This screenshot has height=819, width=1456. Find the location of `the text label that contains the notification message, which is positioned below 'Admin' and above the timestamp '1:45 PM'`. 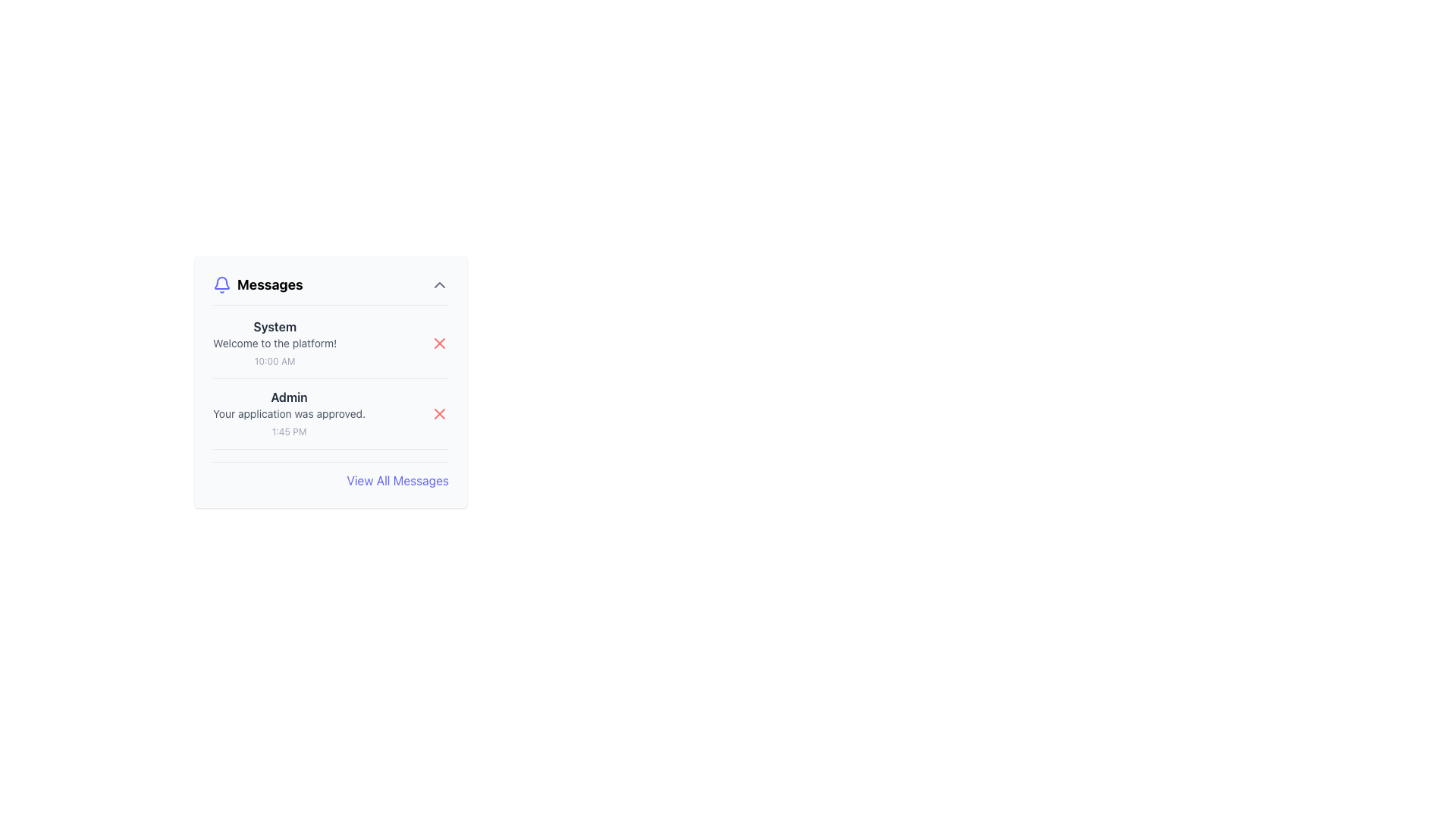

the text label that contains the notification message, which is positioned below 'Admin' and above the timestamp '1:45 PM' is located at coordinates (289, 414).